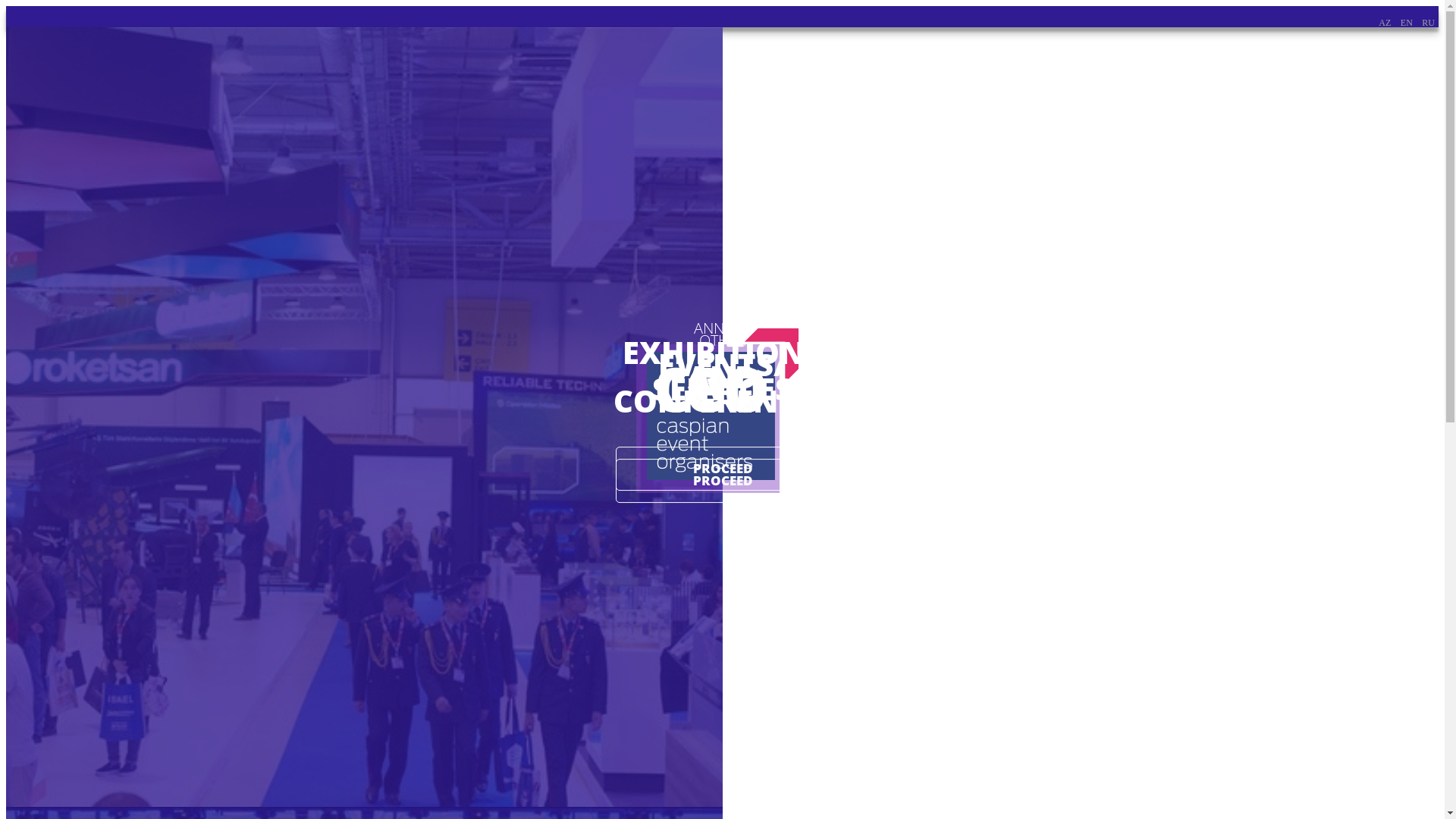  I want to click on 'EN', so click(1405, 23).